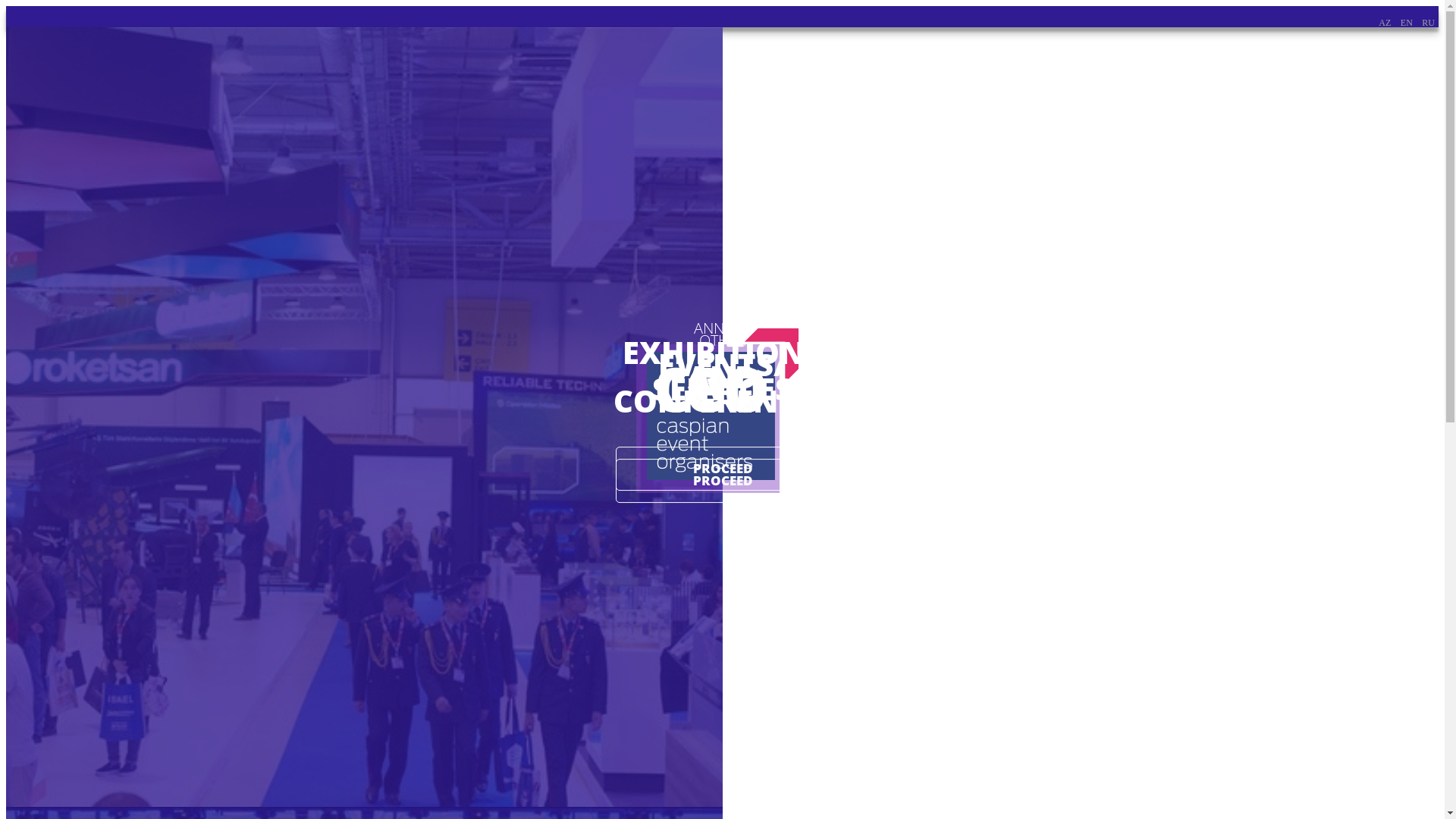  I want to click on 'EN', so click(1405, 23).